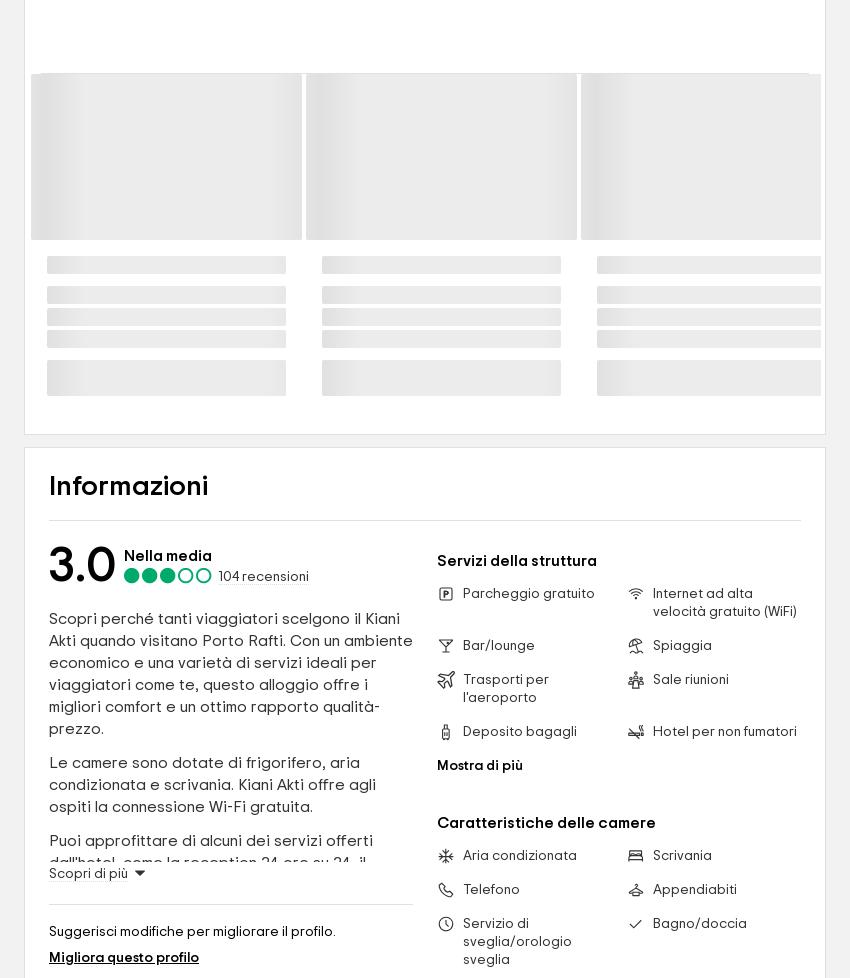 This screenshot has height=978, width=850. I want to click on 'Aria condizionata', so click(461, 855).